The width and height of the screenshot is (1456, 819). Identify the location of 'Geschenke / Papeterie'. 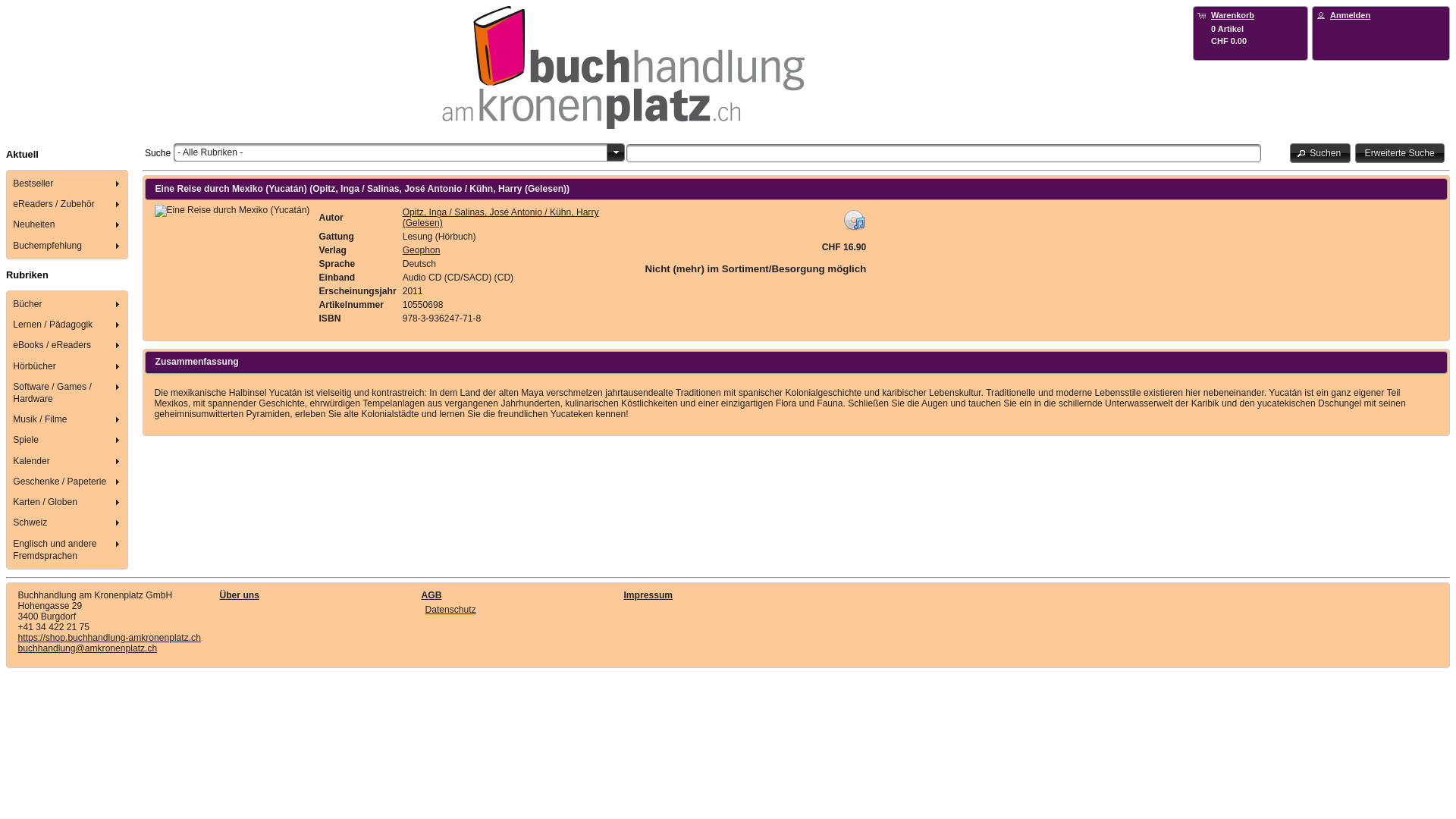
(67, 481).